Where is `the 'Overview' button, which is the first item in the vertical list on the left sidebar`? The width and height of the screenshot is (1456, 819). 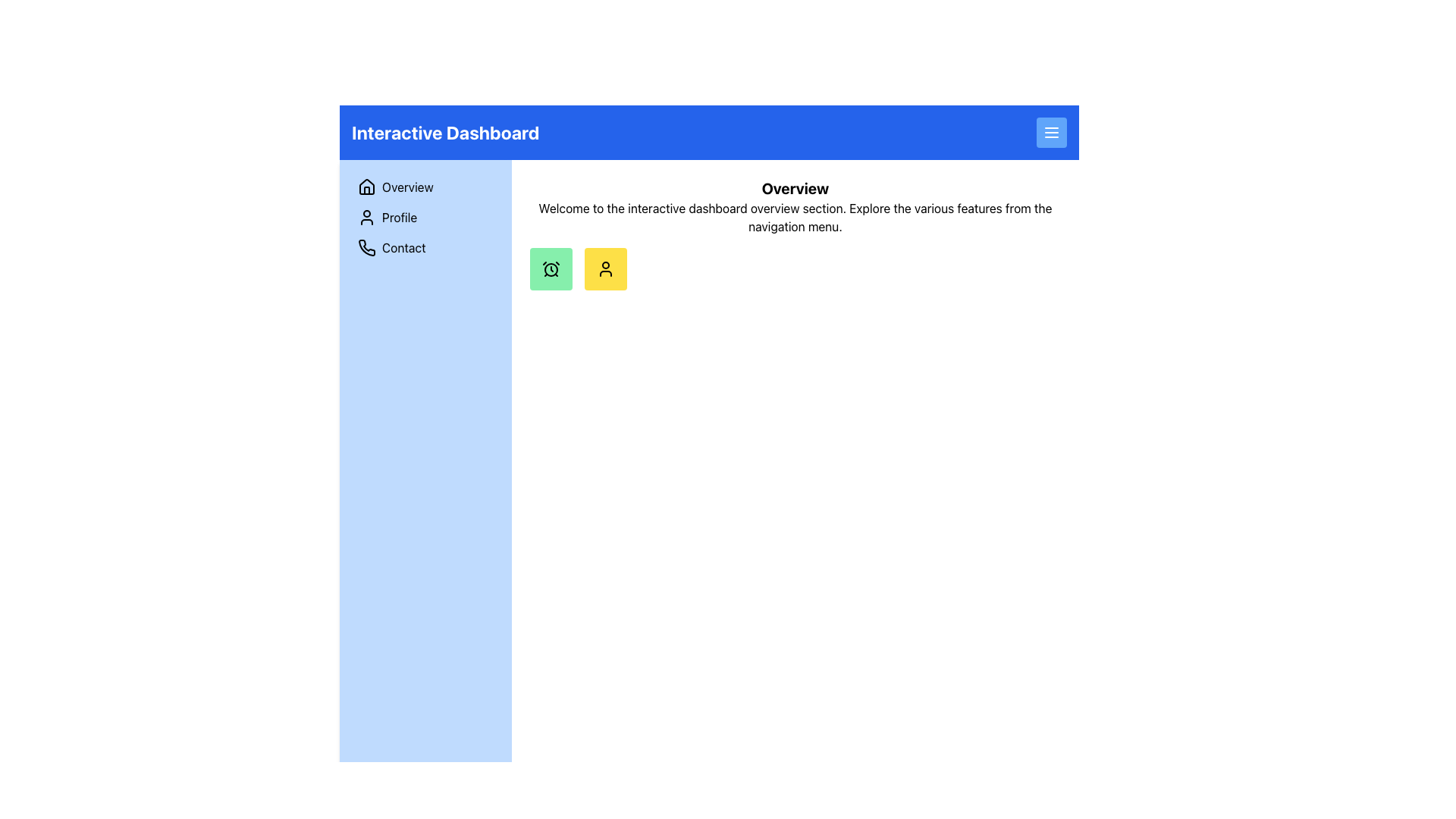 the 'Overview' button, which is the first item in the vertical list on the left sidebar is located at coordinates (425, 186).